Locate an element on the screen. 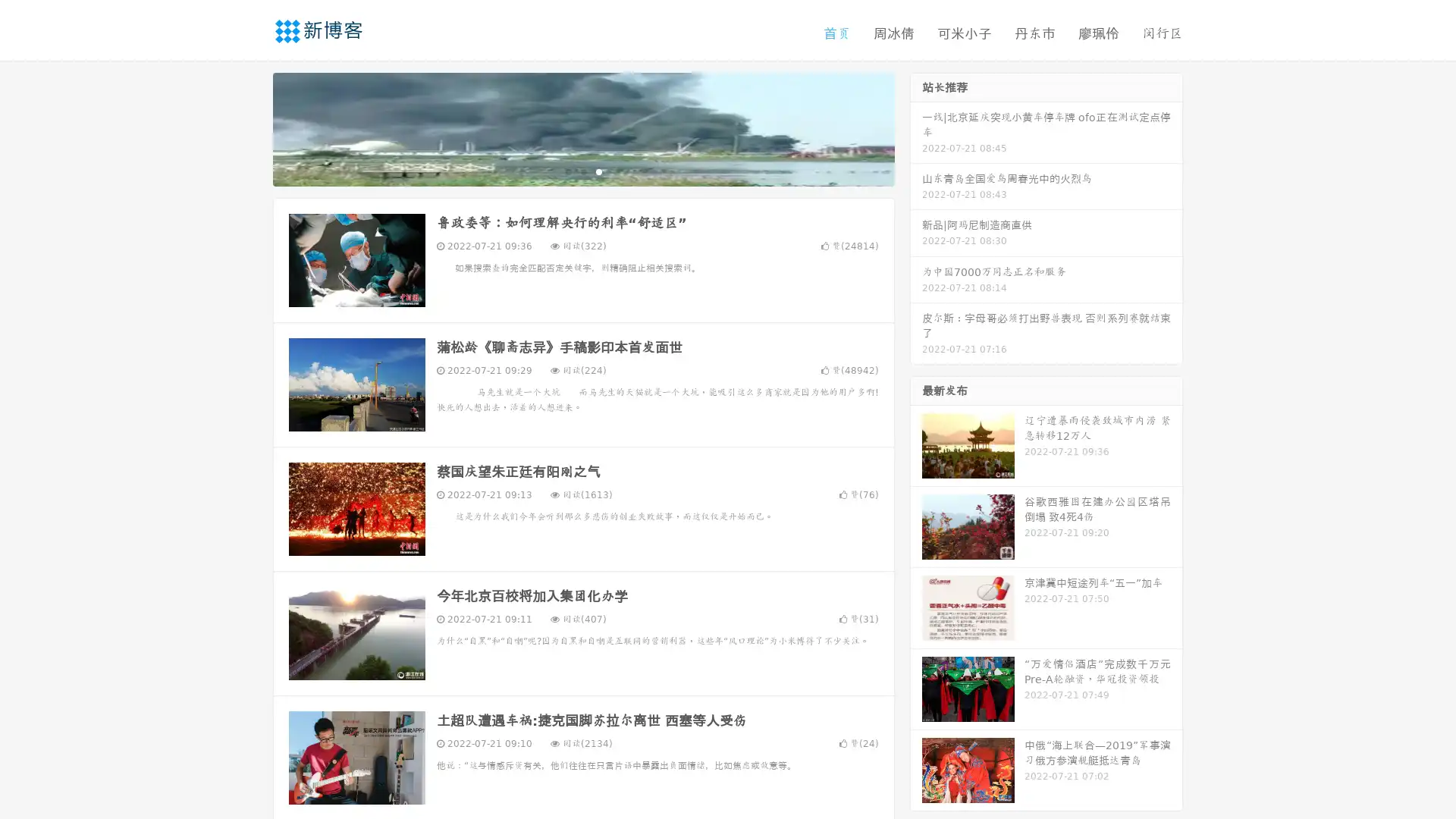 Image resolution: width=1456 pixels, height=819 pixels. Next slide is located at coordinates (916, 127).